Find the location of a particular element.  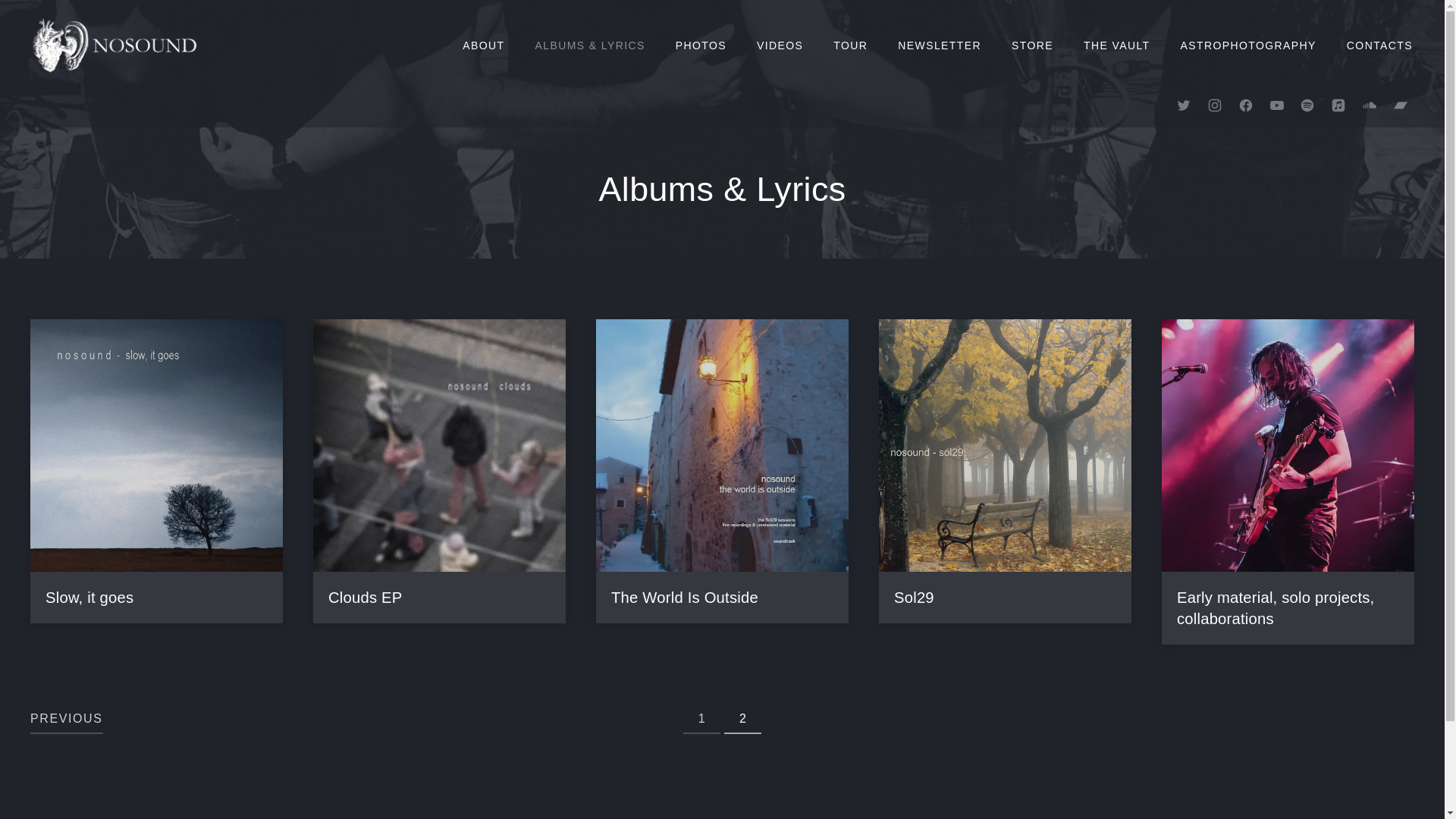

'STORE' is located at coordinates (996, 45).